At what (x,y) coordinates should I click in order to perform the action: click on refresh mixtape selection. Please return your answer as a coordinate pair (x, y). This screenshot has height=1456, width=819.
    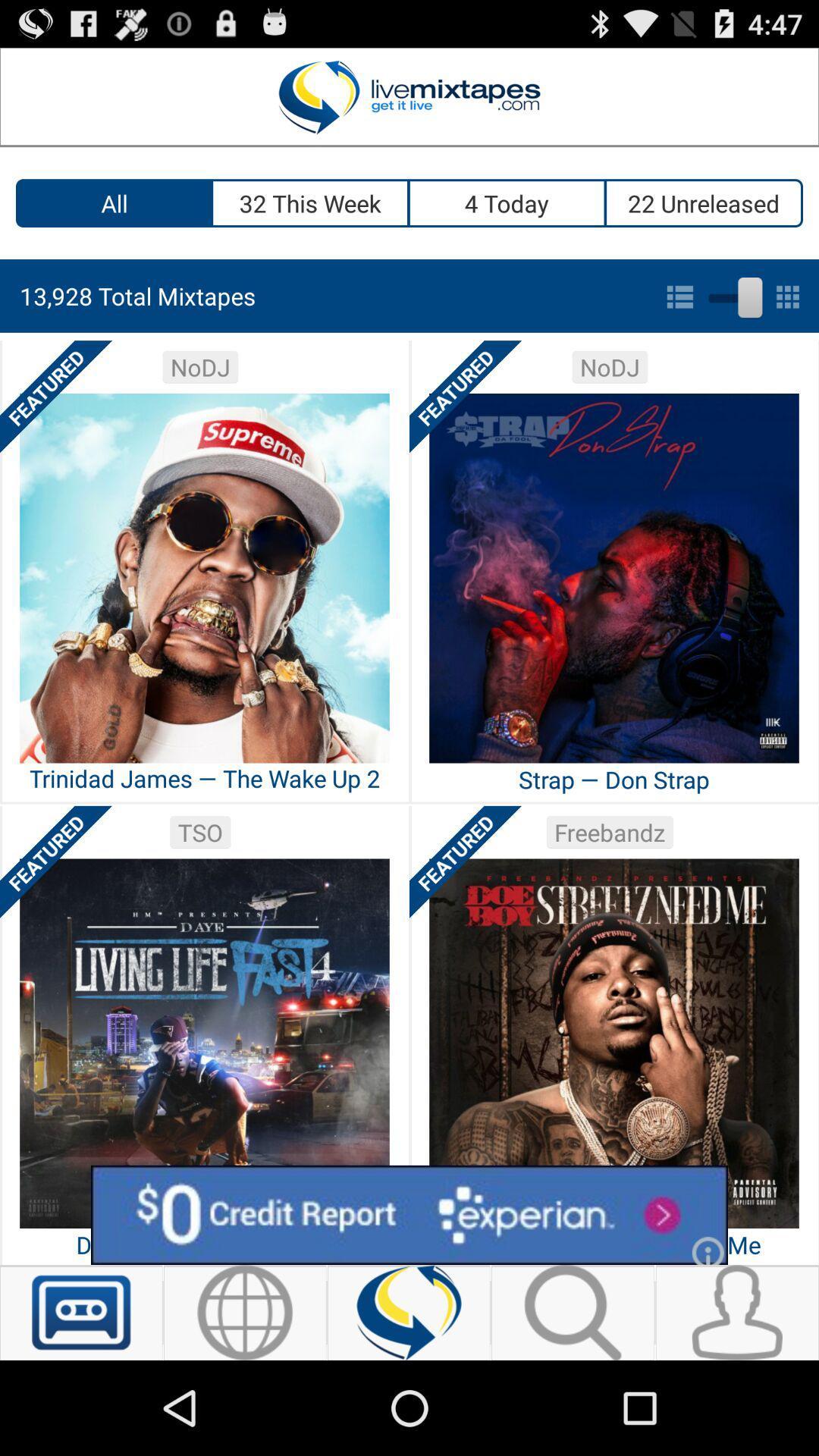
    Looking at the image, I should click on (408, 1312).